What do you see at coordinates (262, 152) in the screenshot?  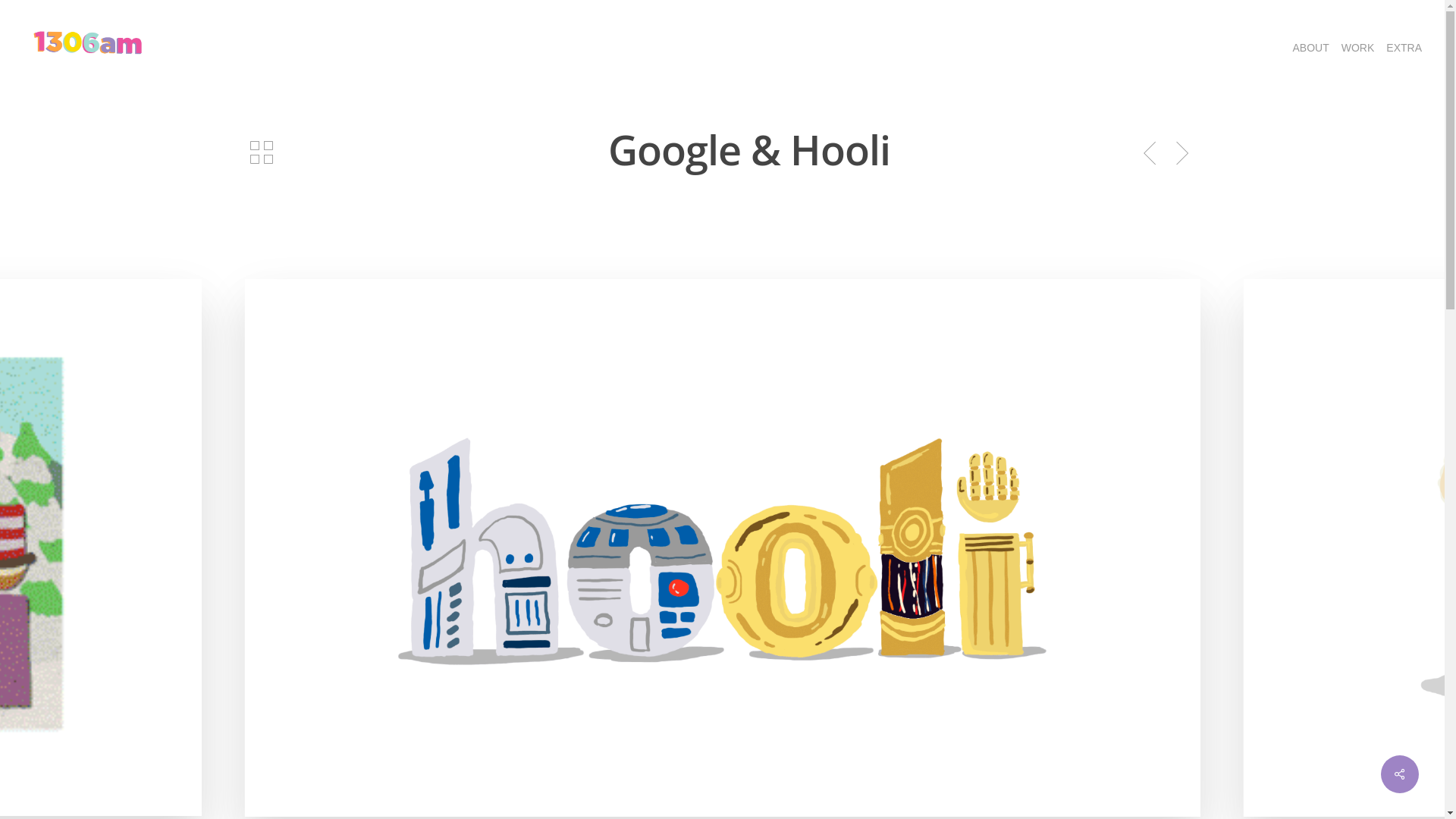 I see `'Back to all projects'` at bounding box center [262, 152].